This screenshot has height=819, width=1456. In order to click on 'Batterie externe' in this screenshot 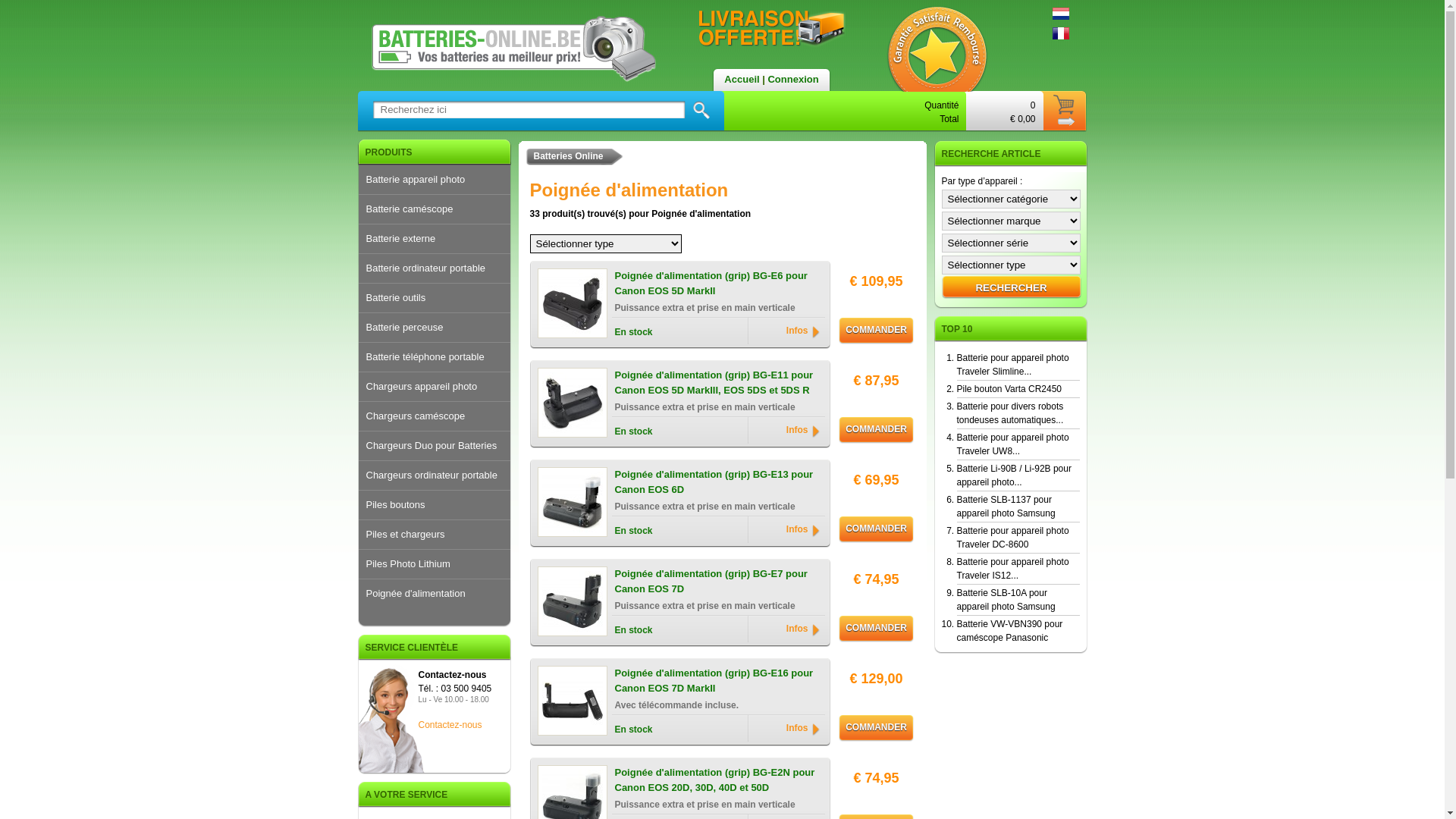, I will do `click(432, 239)`.